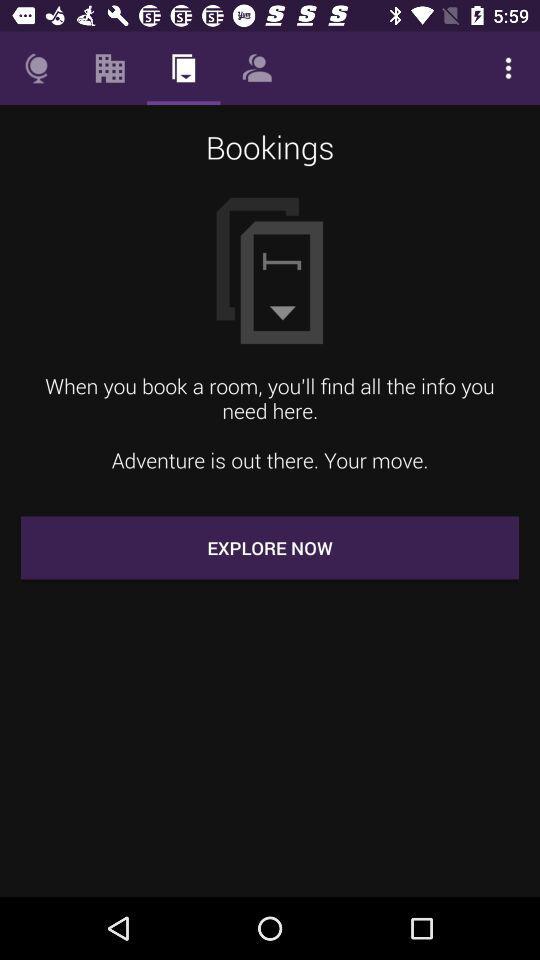  I want to click on the item below the when you book item, so click(270, 547).